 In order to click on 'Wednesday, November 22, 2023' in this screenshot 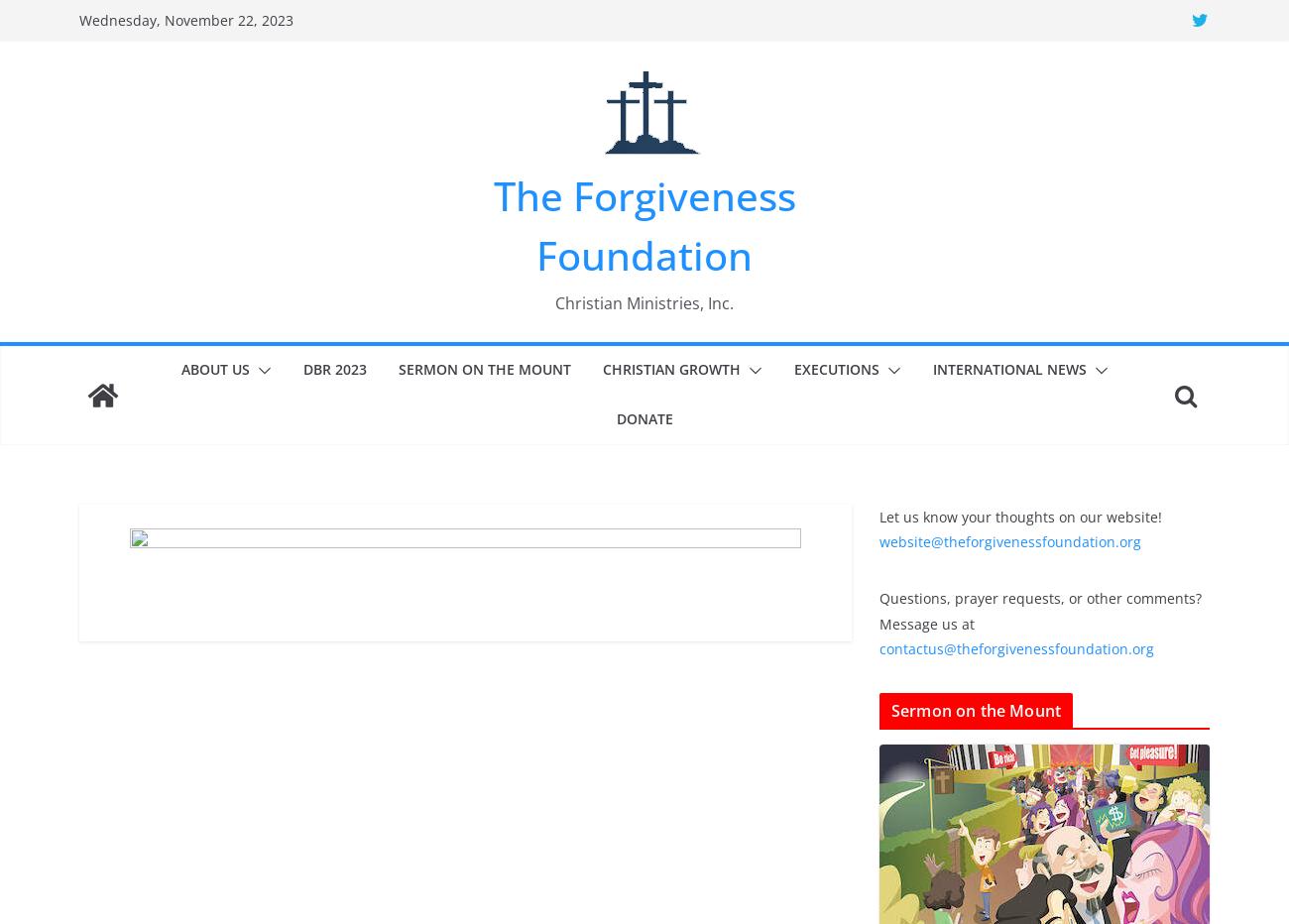, I will do `click(185, 19)`.